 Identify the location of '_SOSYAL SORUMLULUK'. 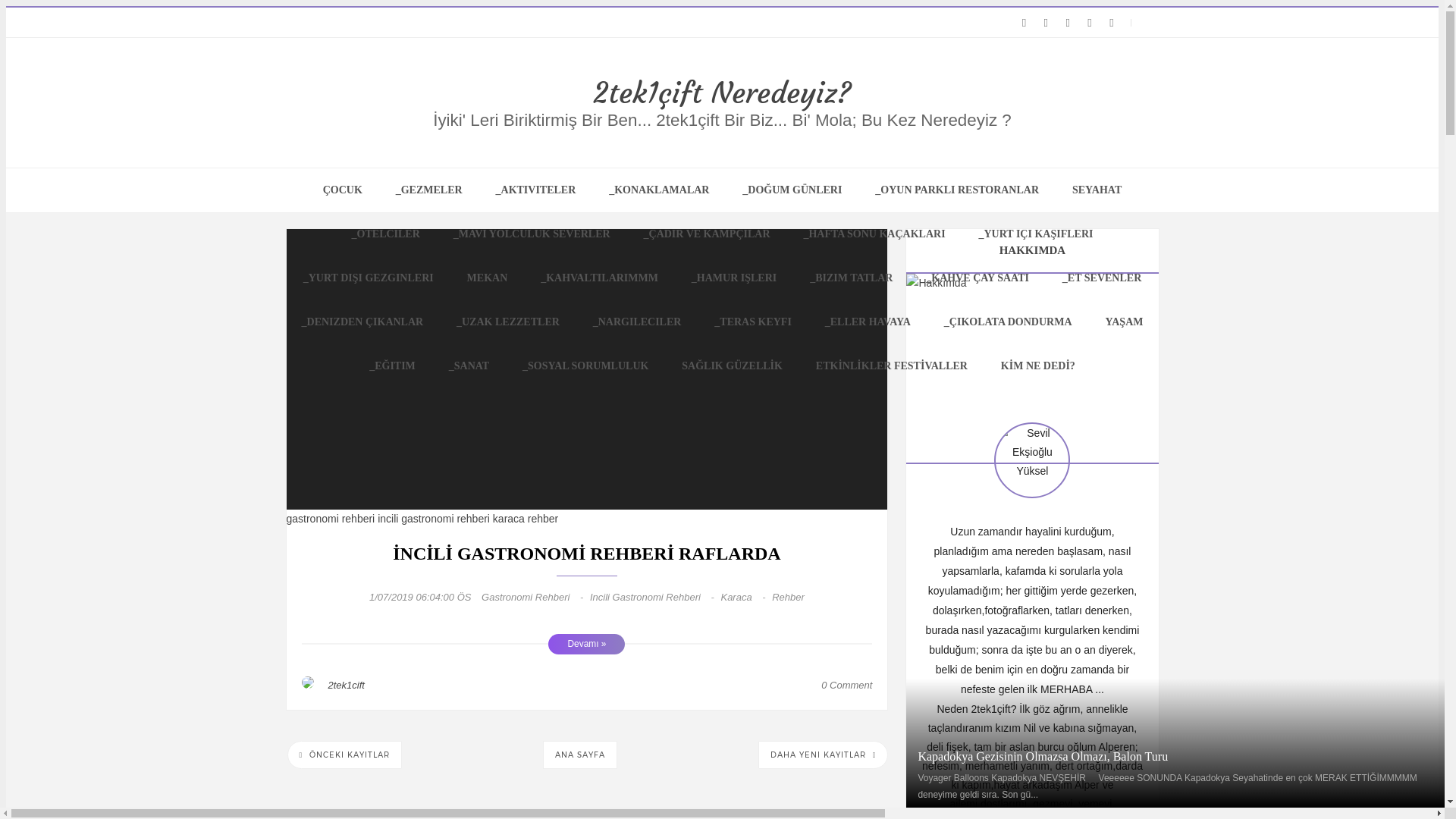
(585, 366).